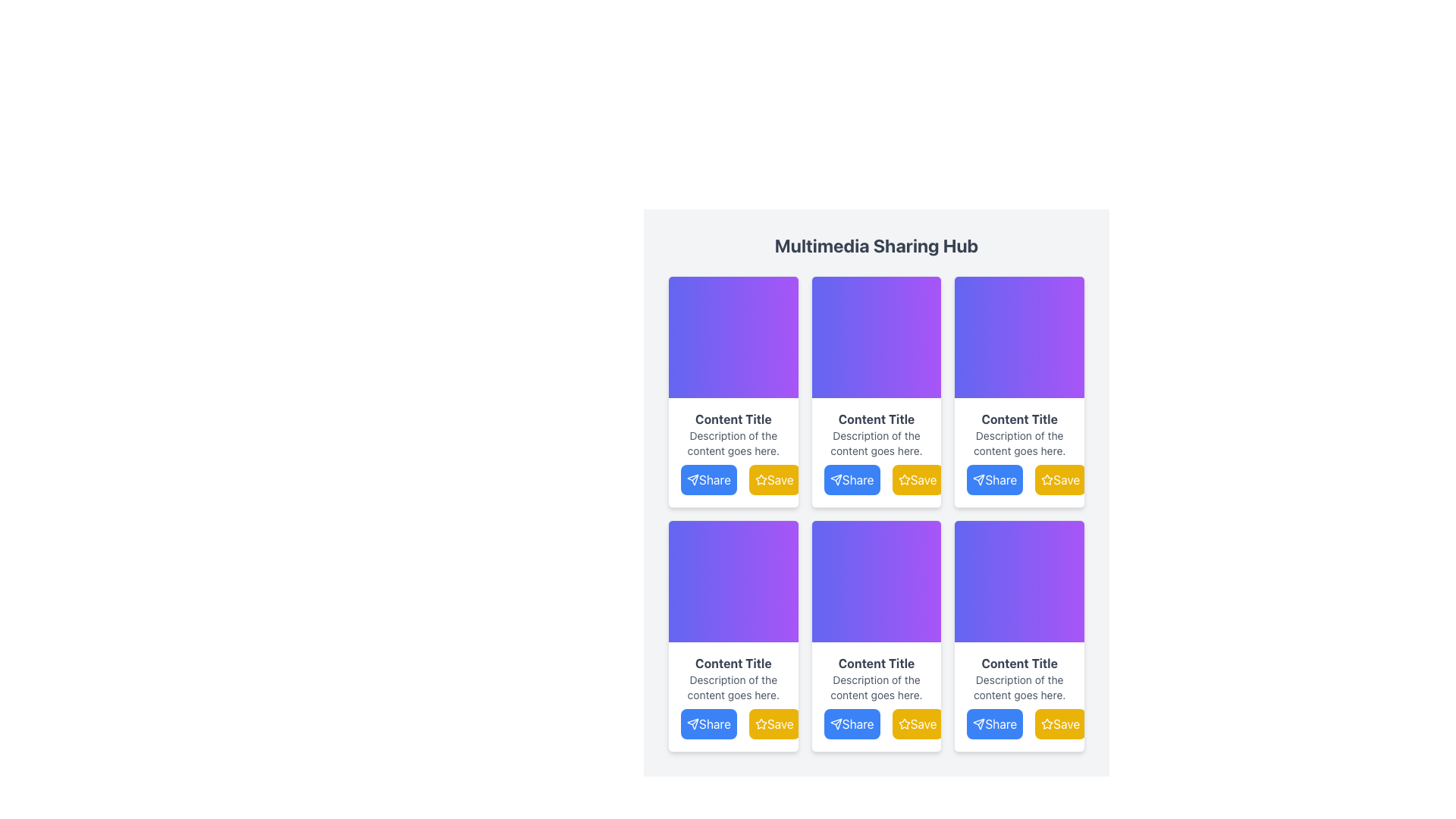  What do you see at coordinates (692, 723) in the screenshot?
I see `the share icon located in the bottom-left corner of the card in the third row, first column of the grid, which is part of a blue button labeled 'Share'` at bounding box center [692, 723].